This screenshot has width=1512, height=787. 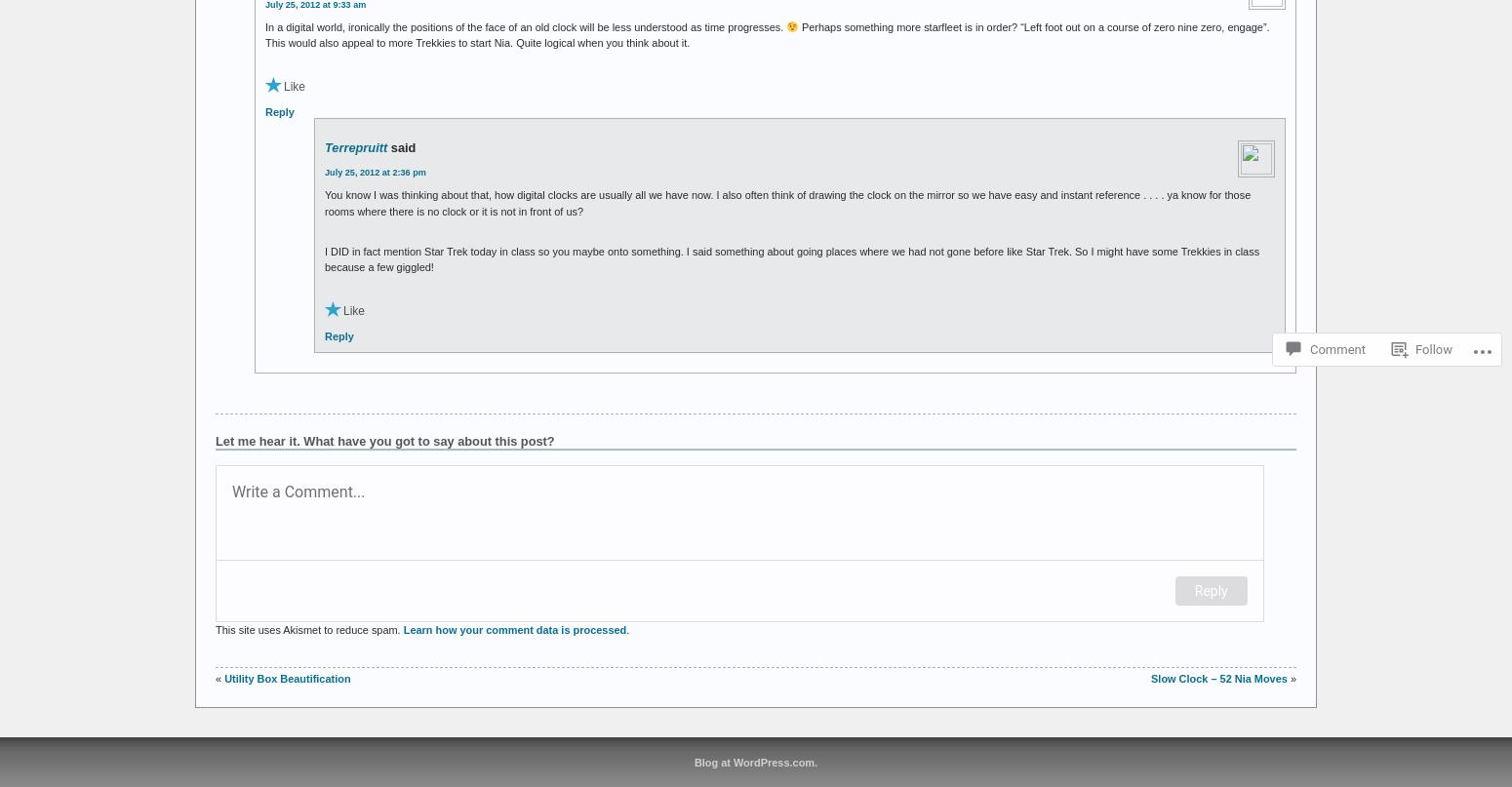 What do you see at coordinates (791, 257) in the screenshot?
I see `'I DID in fact mention Star Trek today in class so you maybe onto something.  I said something about going places where we had not gone before like Star Trek.  So I might have some Trekkies in class because a few giggled!'` at bounding box center [791, 257].